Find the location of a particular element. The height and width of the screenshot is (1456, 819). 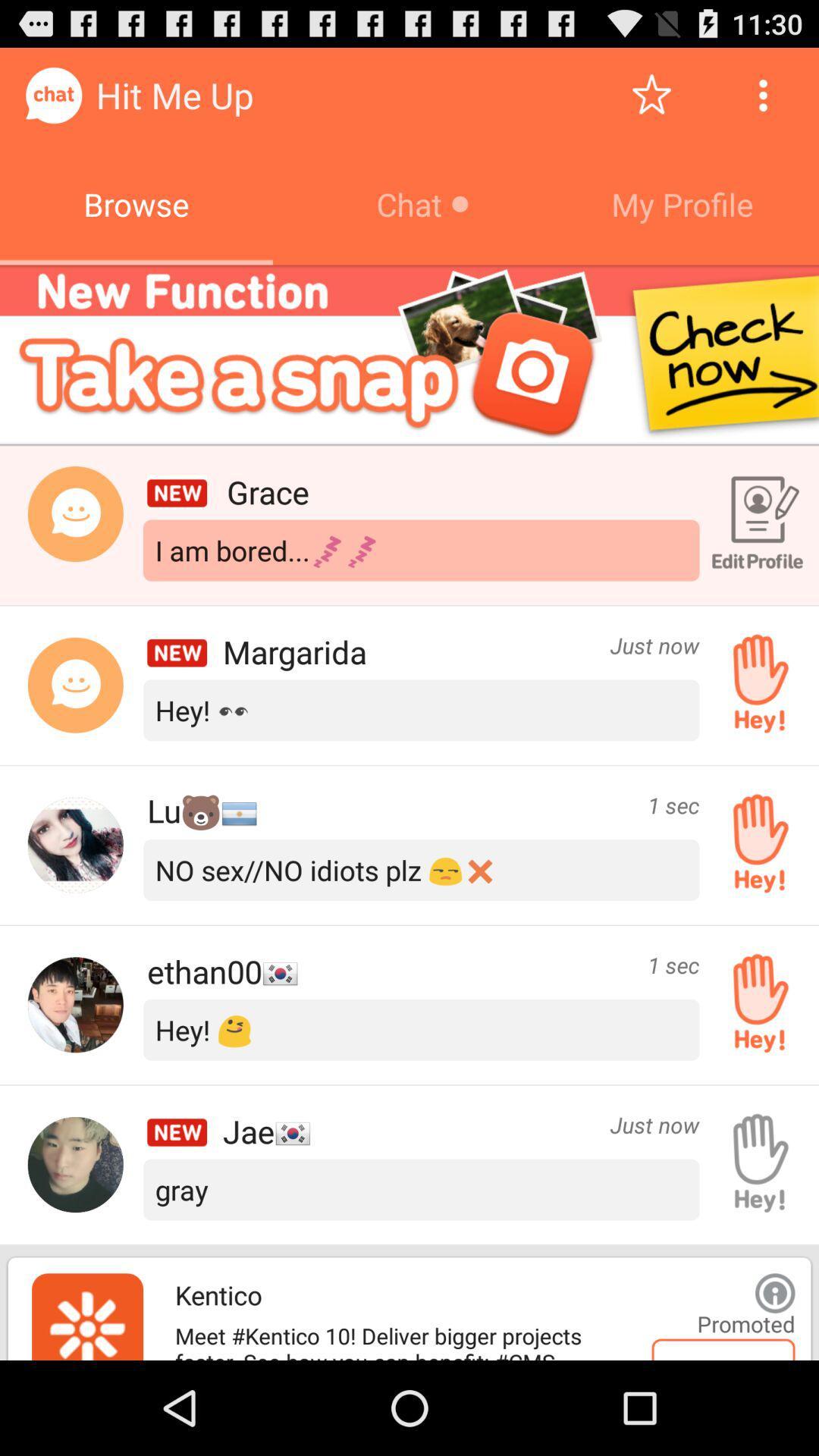

send invitation is located at coordinates (755, 1005).